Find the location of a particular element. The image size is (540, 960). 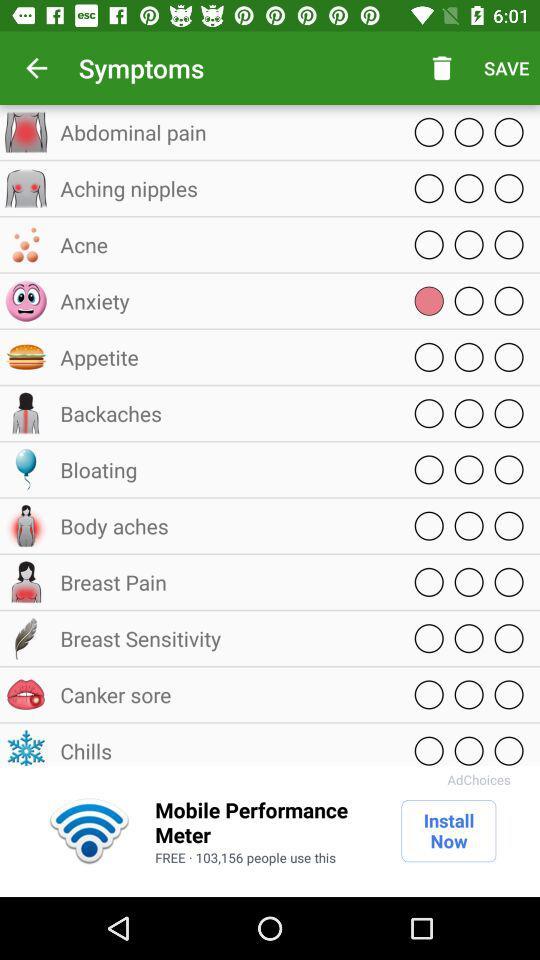

icon next to the abdominal pain item is located at coordinates (442, 68).